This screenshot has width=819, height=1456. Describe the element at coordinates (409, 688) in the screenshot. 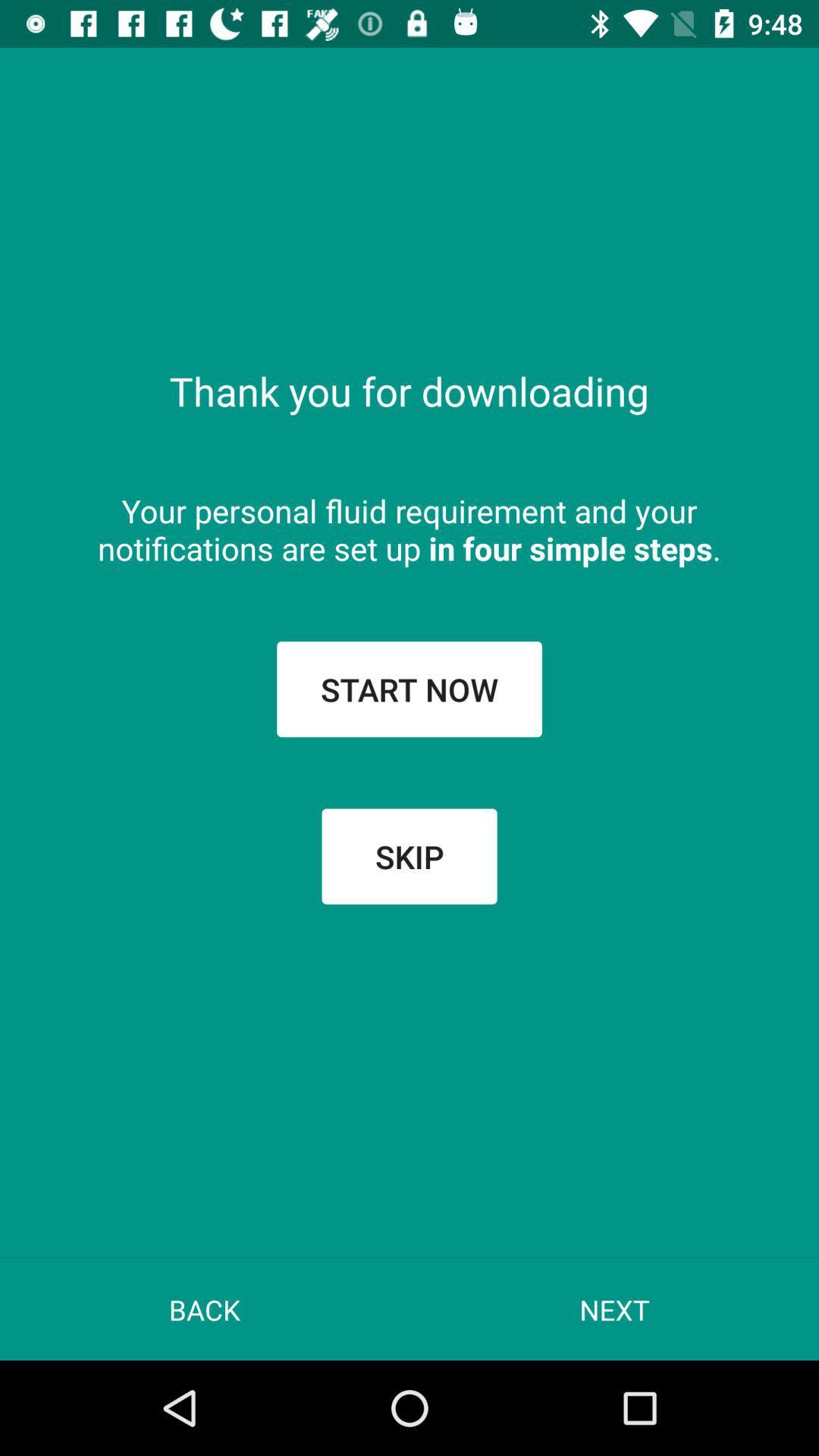

I see `icon above skip` at that location.